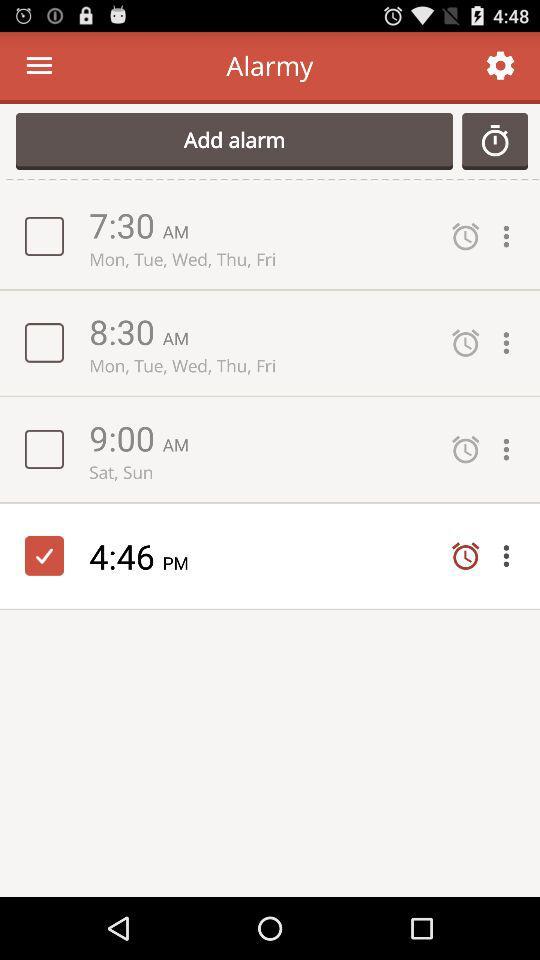 This screenshot has height=960, width=540. I want to click on 9:00 icon, so click(125, 437).